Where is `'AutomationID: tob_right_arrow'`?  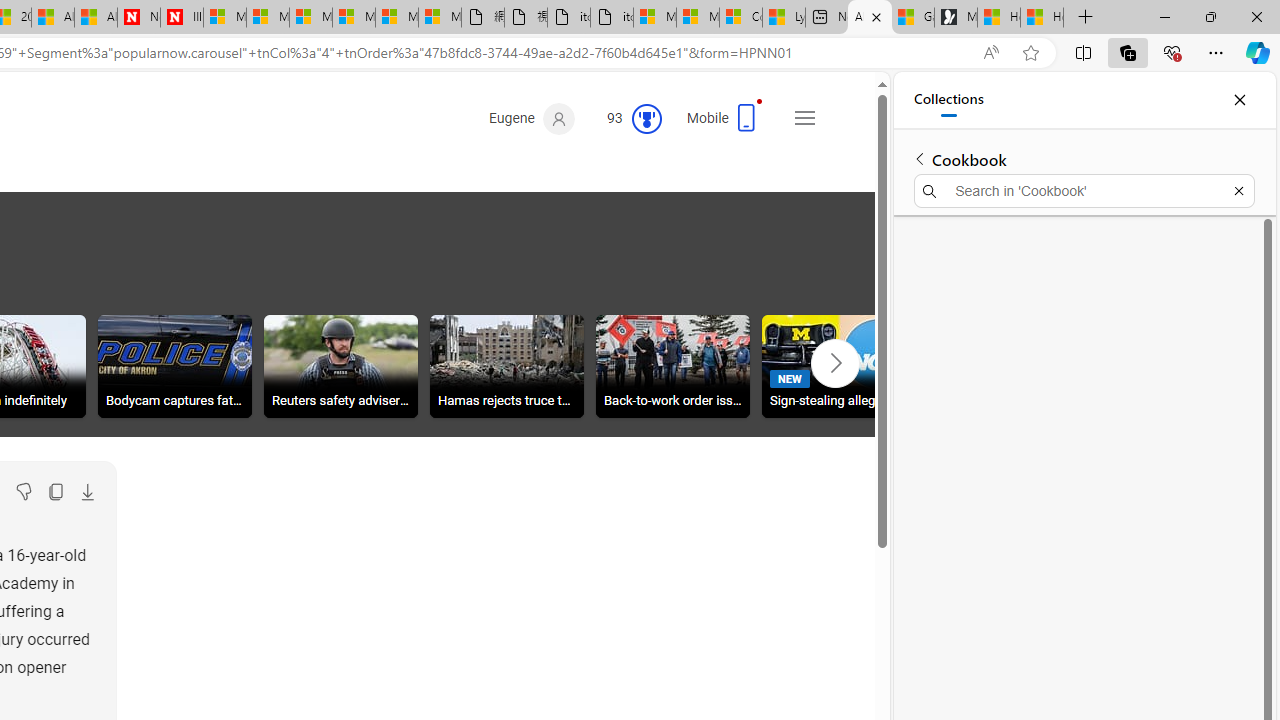 'AutomationID: tob_right_arrow' is located at coordinates (835, 363).